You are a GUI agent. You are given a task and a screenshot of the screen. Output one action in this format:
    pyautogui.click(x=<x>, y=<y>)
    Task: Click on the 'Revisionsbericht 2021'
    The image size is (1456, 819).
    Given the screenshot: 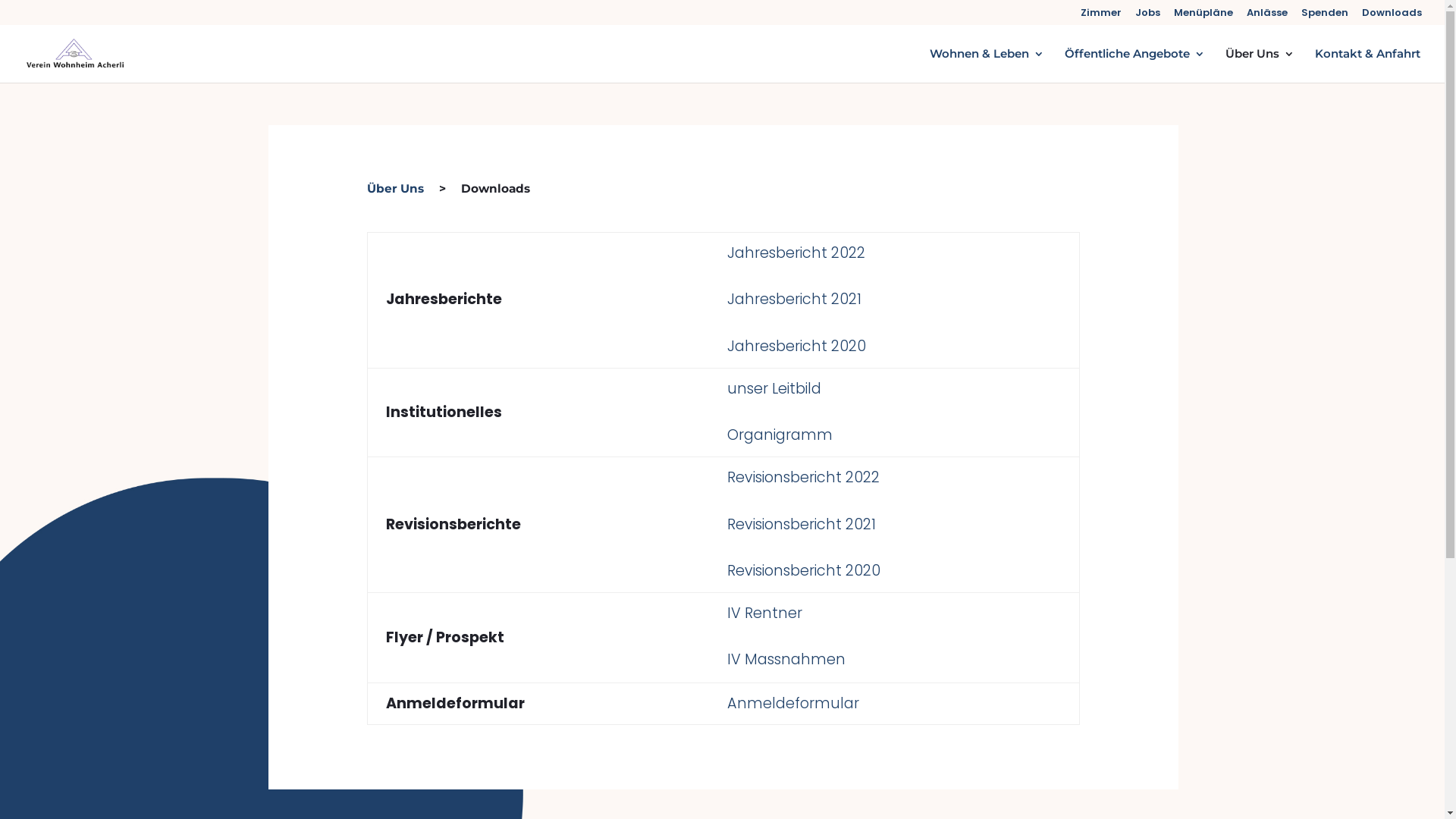 What is the action you would take?
    pyautogui.click(x=800, y=523)
    